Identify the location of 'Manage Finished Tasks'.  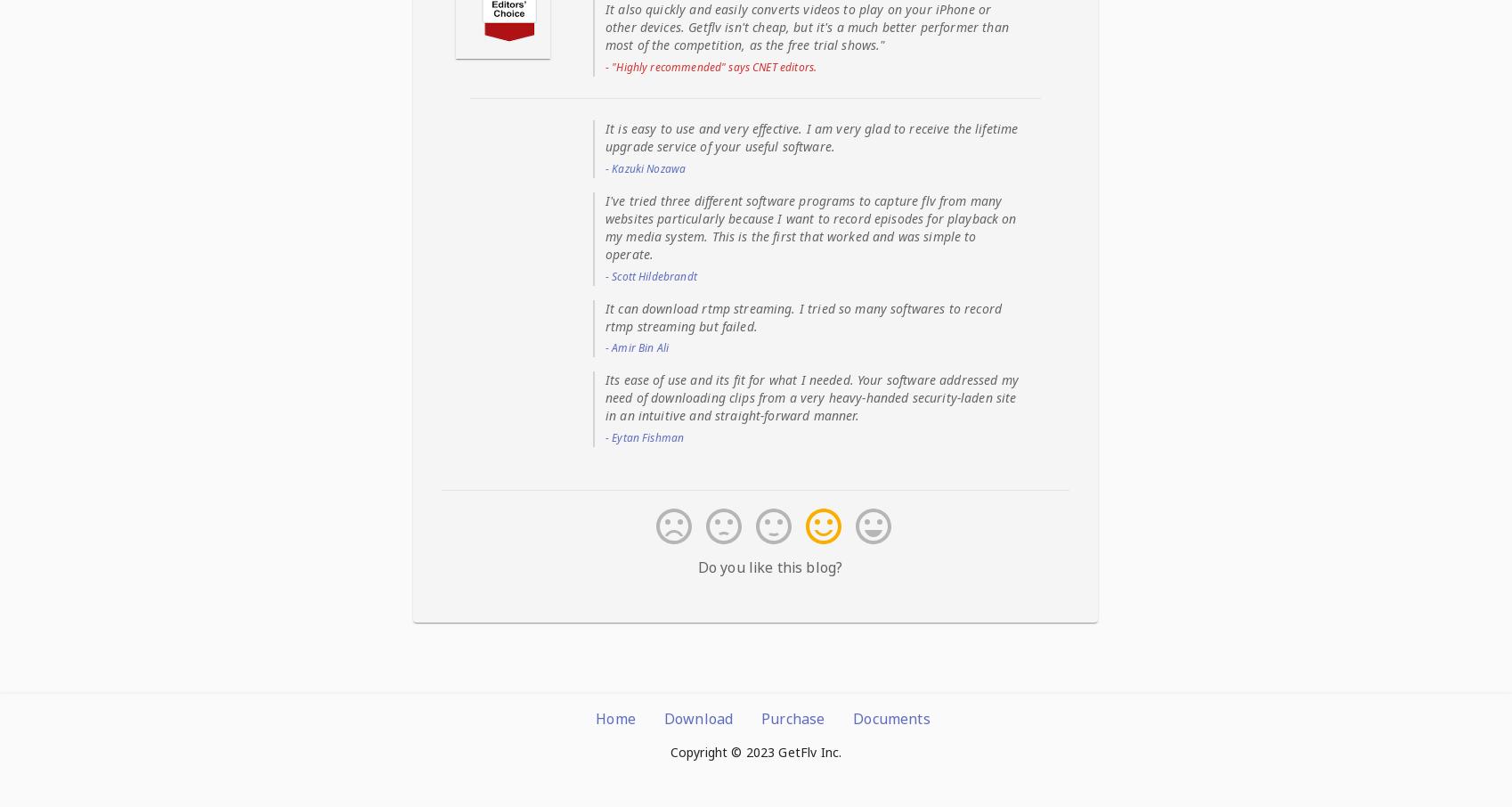
(606, 149).